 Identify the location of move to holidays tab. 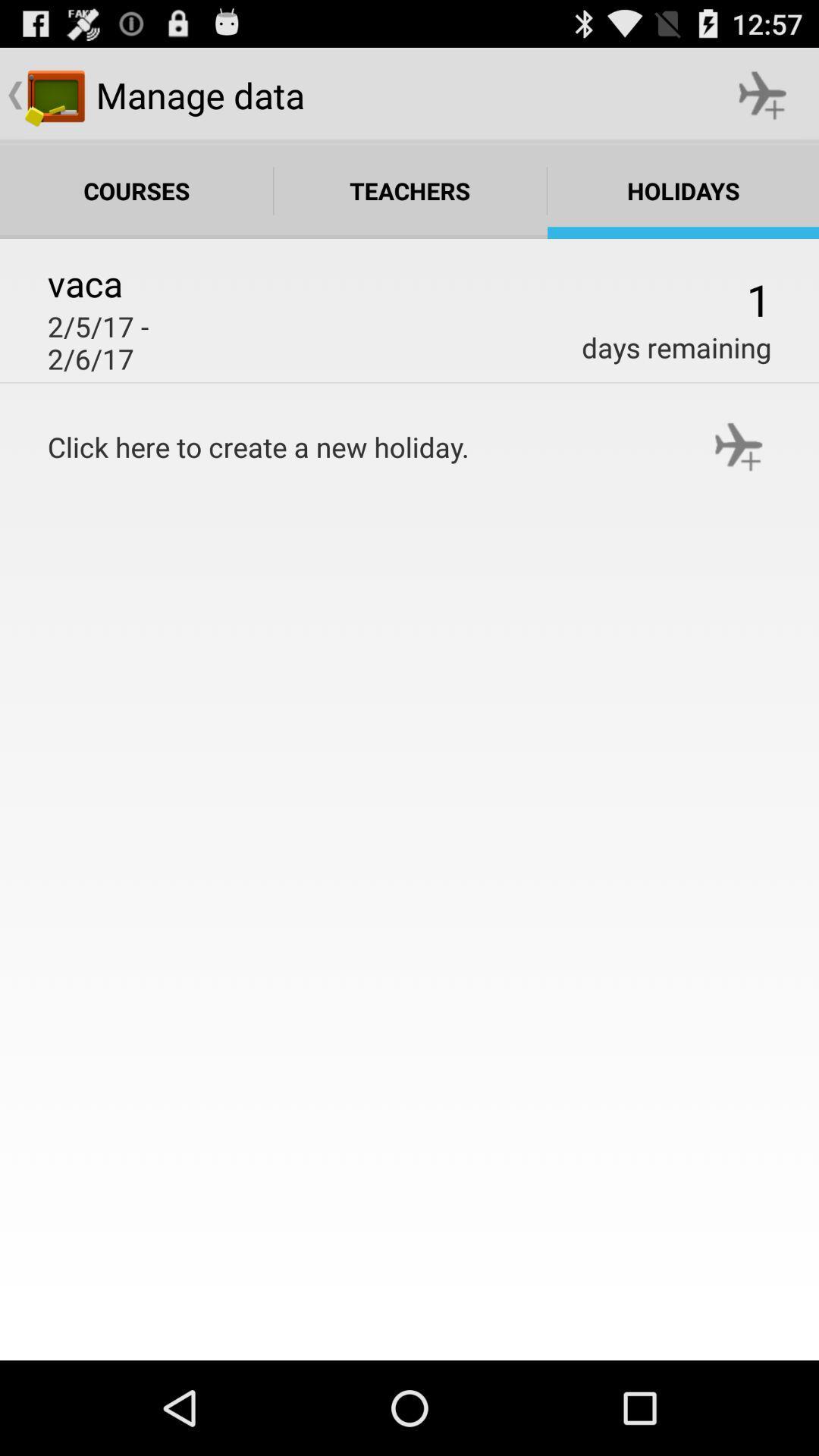
(683, 190).